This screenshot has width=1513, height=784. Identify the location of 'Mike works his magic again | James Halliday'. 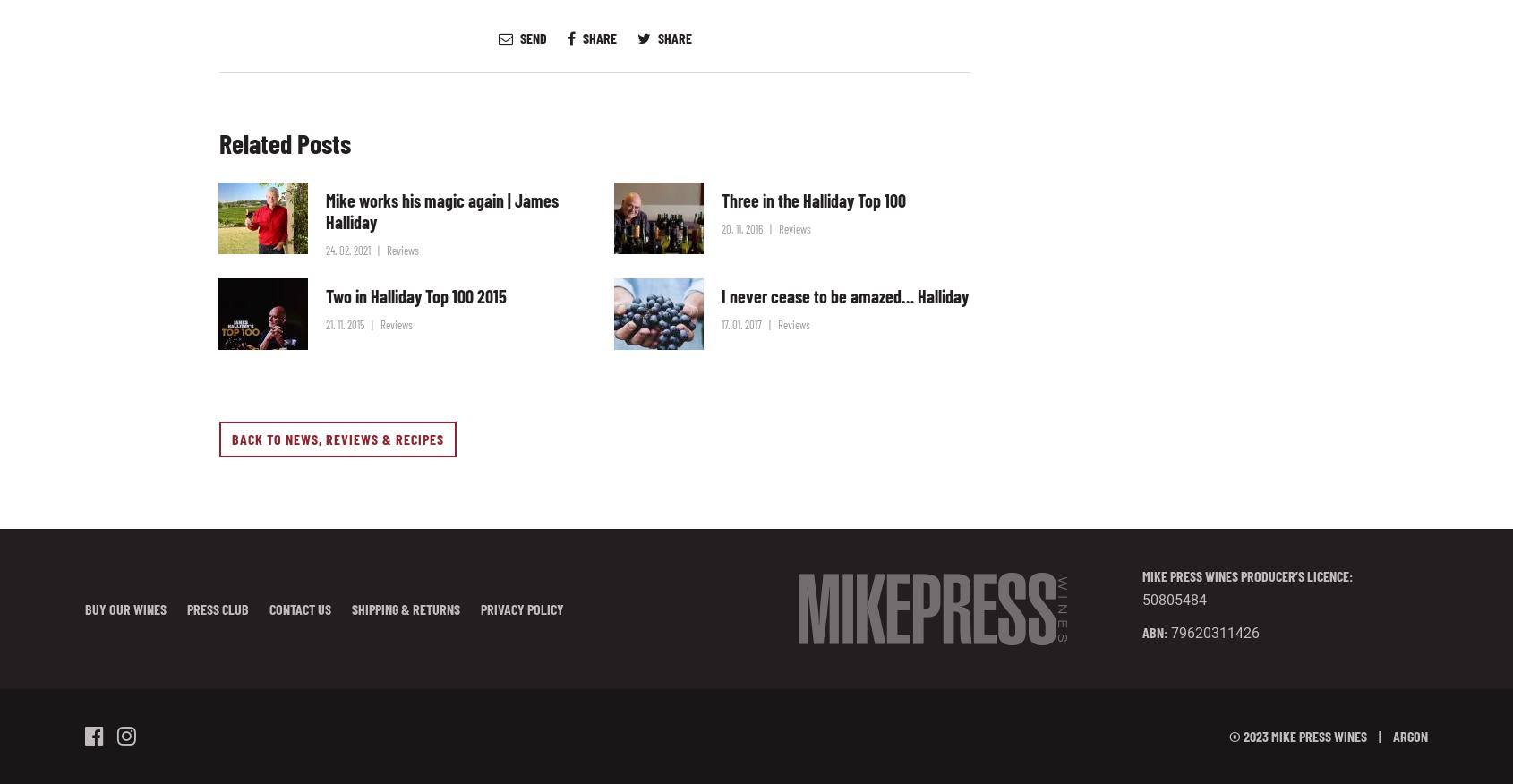
(325, 209).